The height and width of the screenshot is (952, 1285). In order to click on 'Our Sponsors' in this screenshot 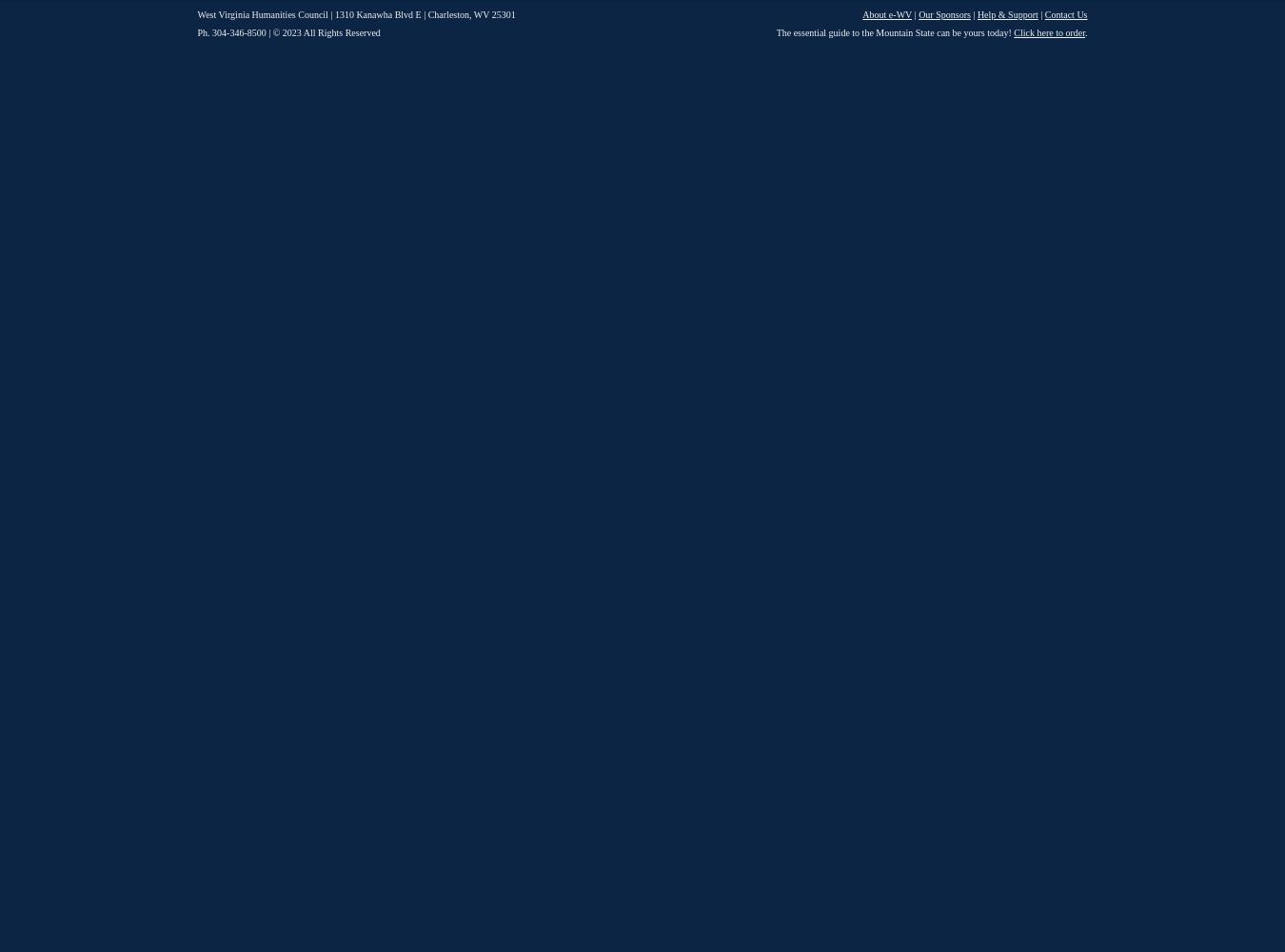, I will do `click(942, 14)`.